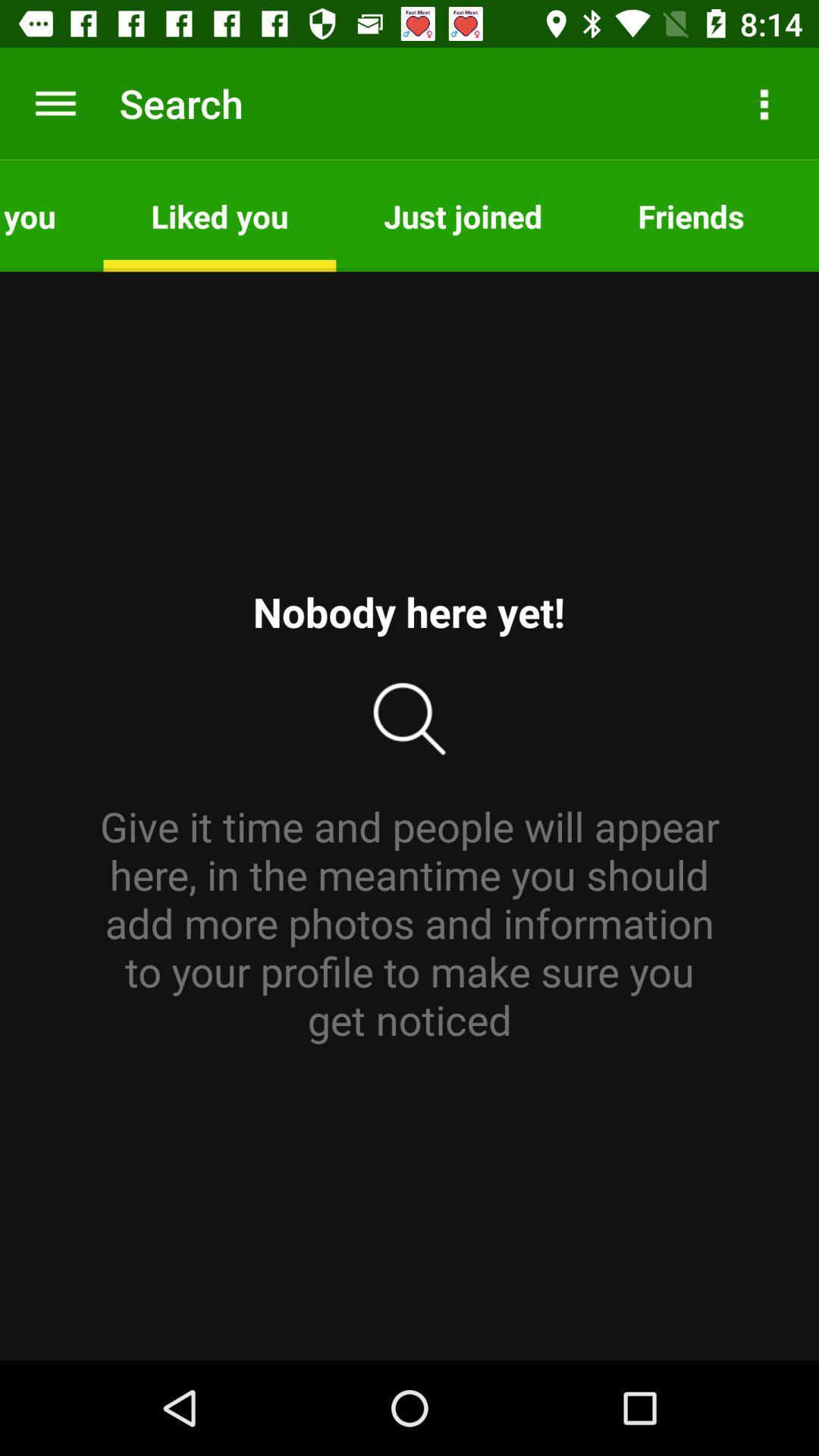 This screenshot has width=819, height=1456. What do you see at coordinates (51, 215) in the screenshot?
I see `visited you item` at bounding box center [51, 215].